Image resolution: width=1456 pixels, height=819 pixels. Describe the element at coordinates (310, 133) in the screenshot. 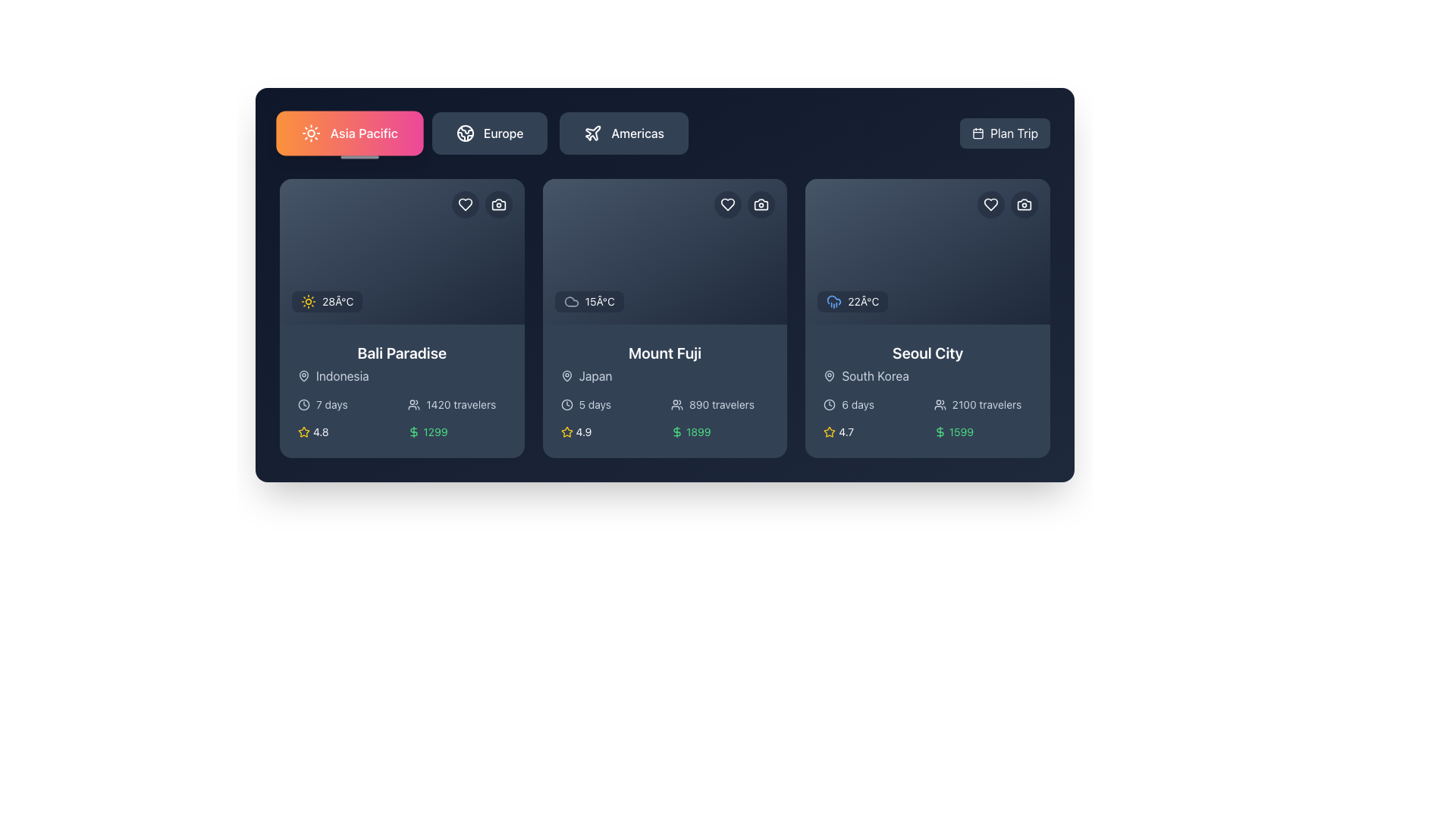

I see `the 'Asia Pacific' icon representing sunlight` at that location.